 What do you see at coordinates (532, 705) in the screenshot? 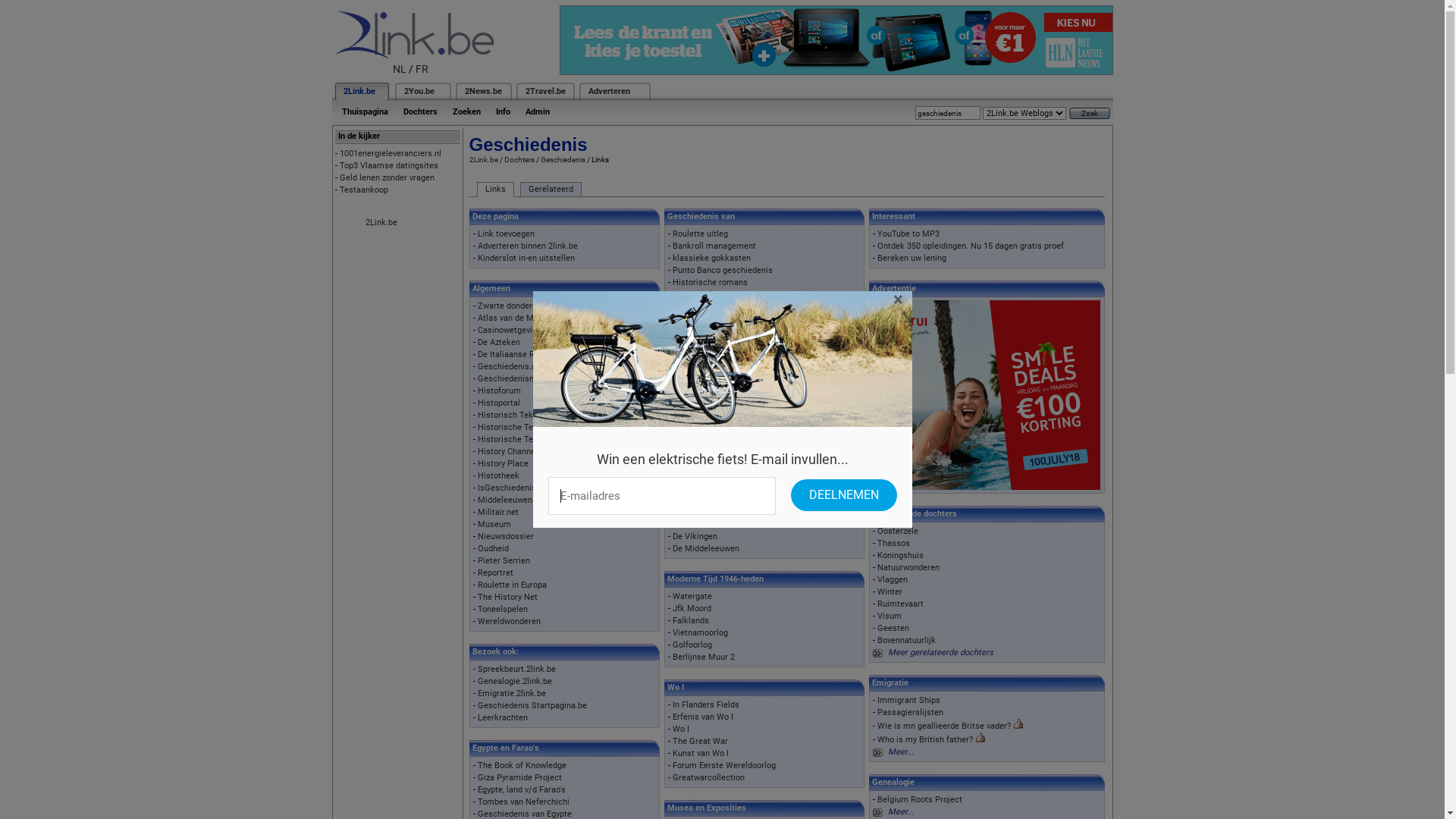
I see `'Geschiedenis Startpagina.be'` at bounding box center [532, 705].